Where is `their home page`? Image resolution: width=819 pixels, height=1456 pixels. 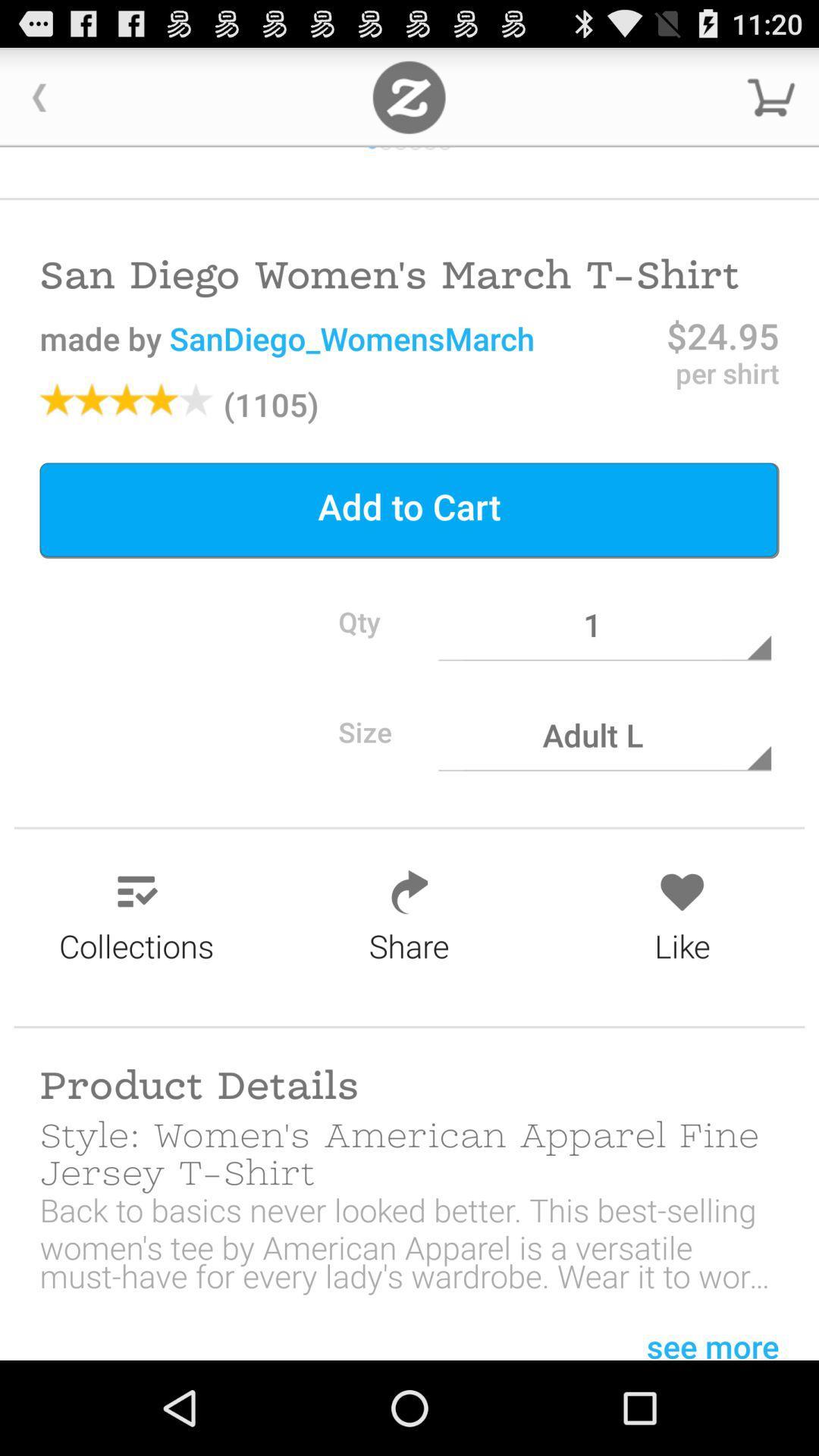 their home page is located at coordinates (408, 96).